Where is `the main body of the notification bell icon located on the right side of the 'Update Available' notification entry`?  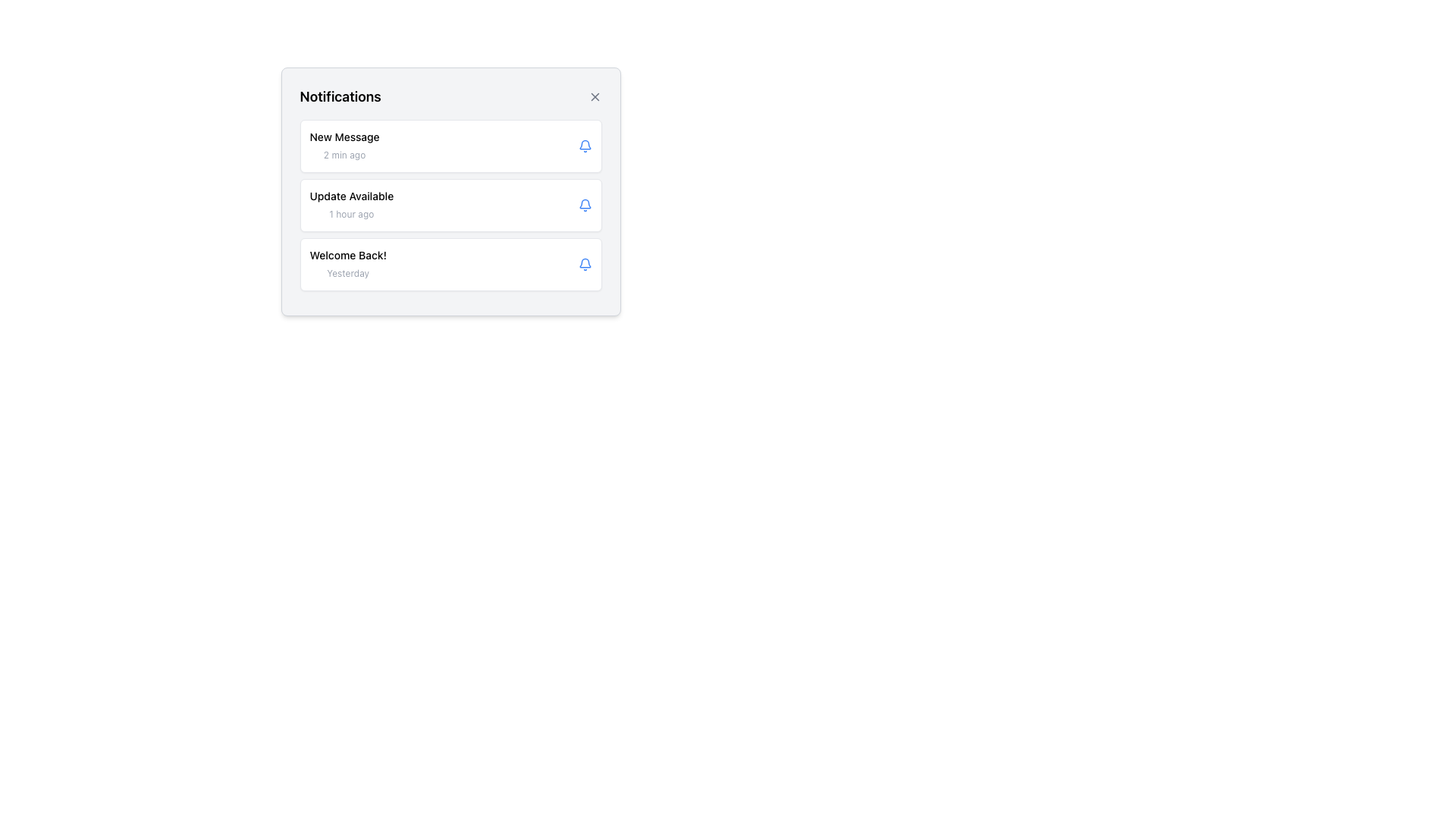 the main body of the notification bell icon located on the right side of the 'Update Available' notification entry is located at coordinates (584, 203).